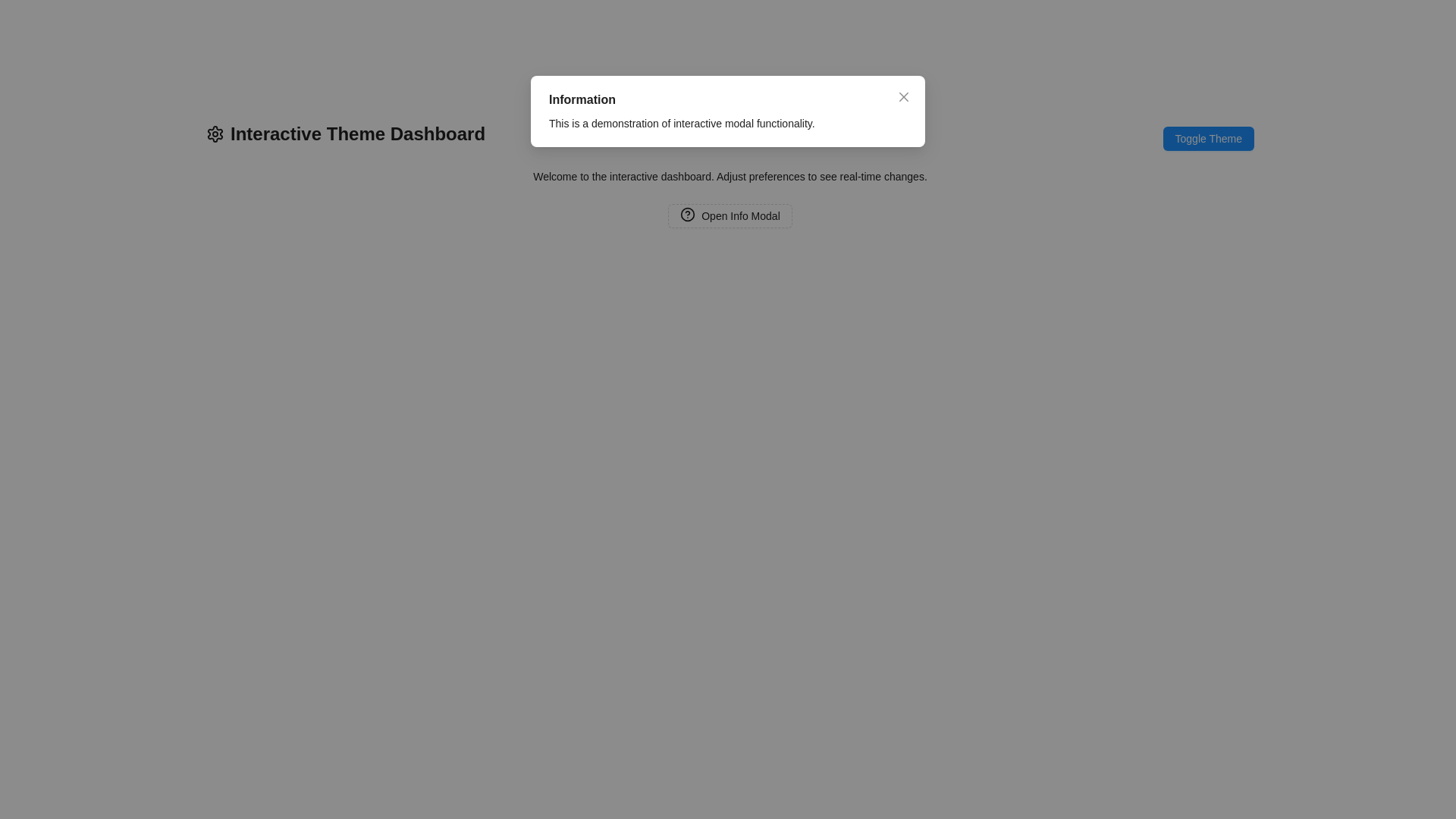 The width and height of the screenshot is (1456, 819). Describe the element at coordinates (1207, 138) in the screenshot. I see `the 'Toggle Theme' button located at the top-right section of the interface` at that location.